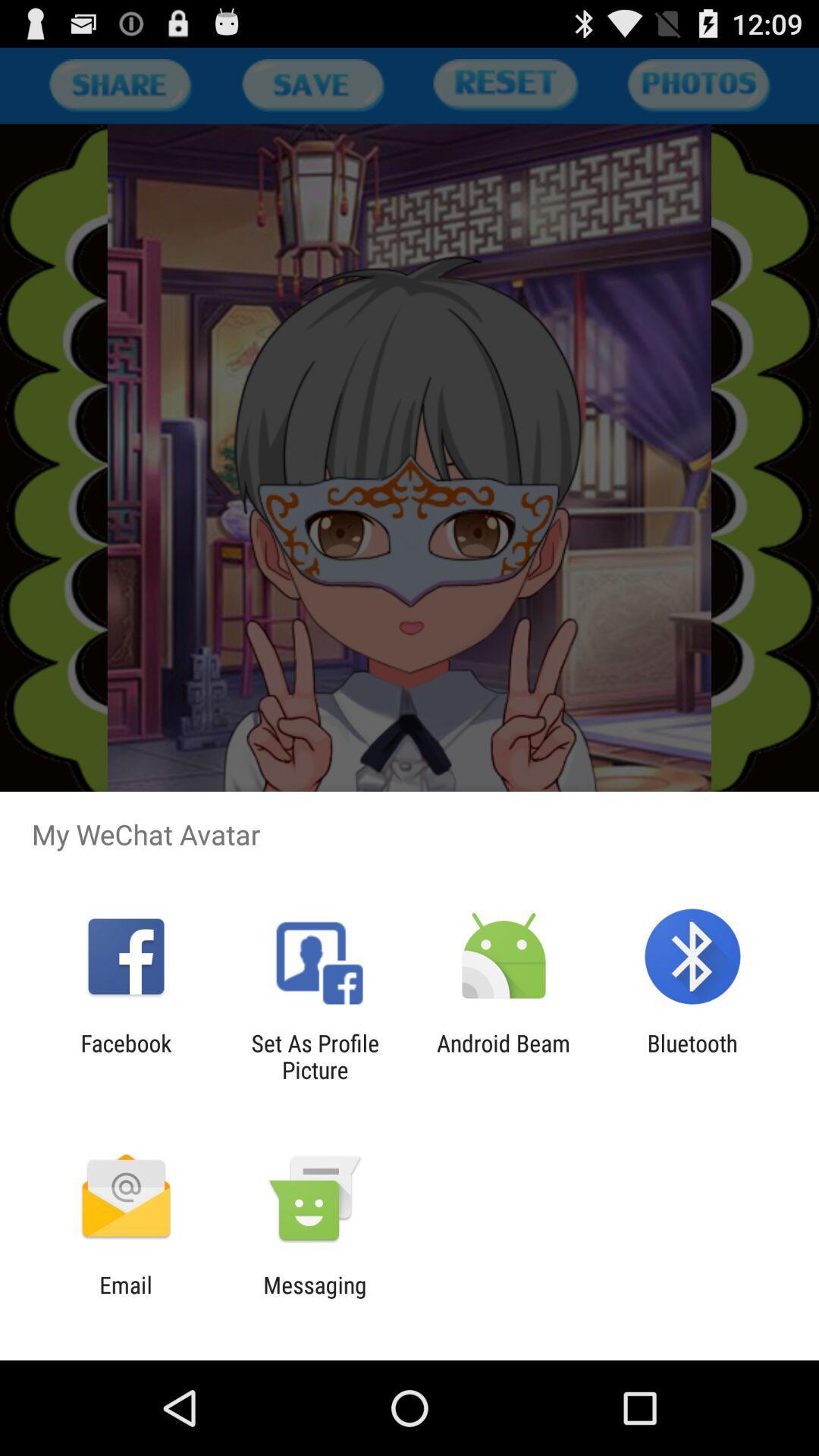  Describe the element at coordinates (125, 1056) in the screenshot. I see `item to the left of set as profile` at that location.